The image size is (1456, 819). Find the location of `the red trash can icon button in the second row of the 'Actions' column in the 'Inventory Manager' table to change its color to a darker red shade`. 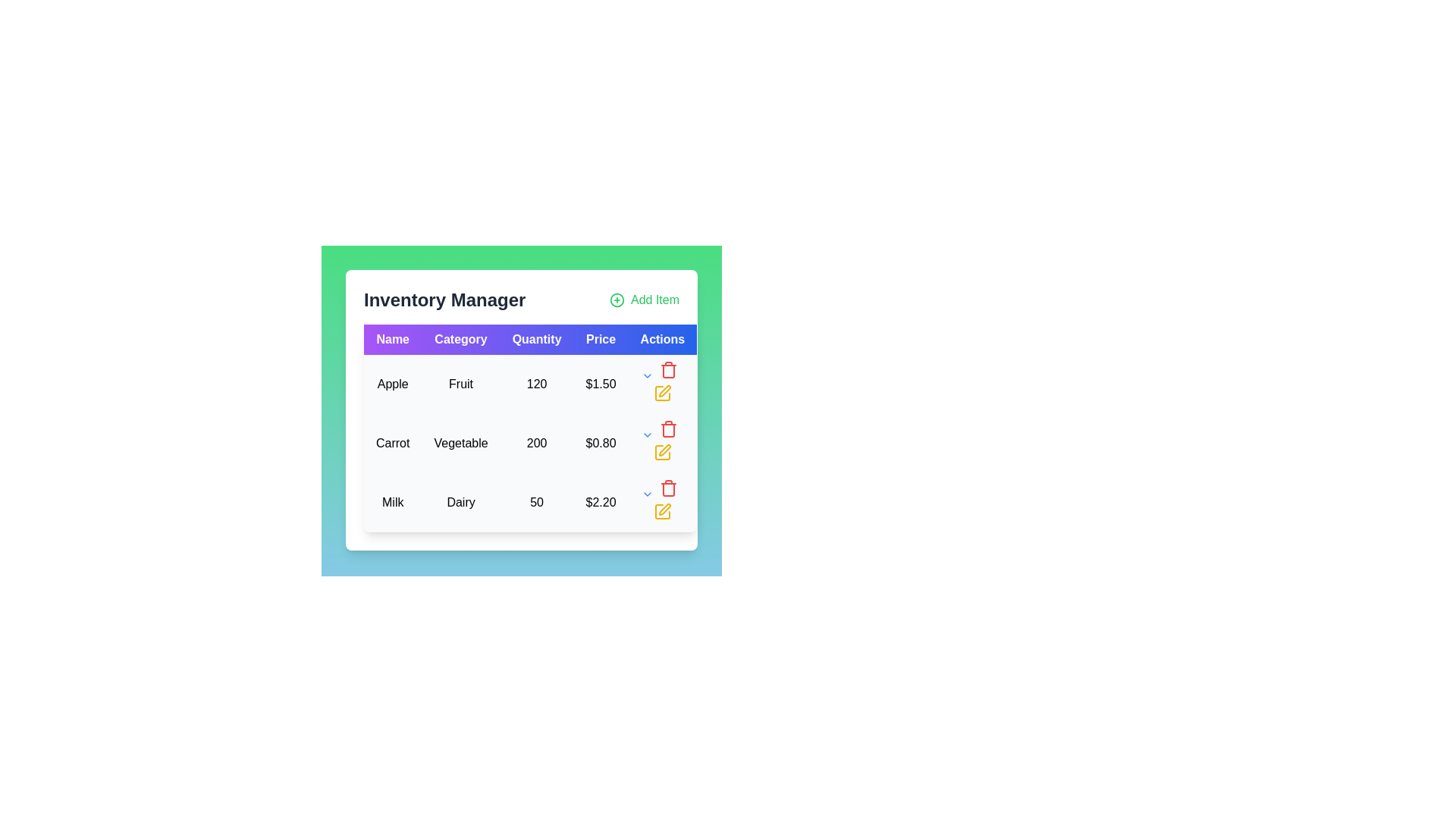

the red trash can icon button in the second row of the 'Actions' column in the 'Inventory Manager' table to change its color to a darker red shade is located at coordinates (667, 429).